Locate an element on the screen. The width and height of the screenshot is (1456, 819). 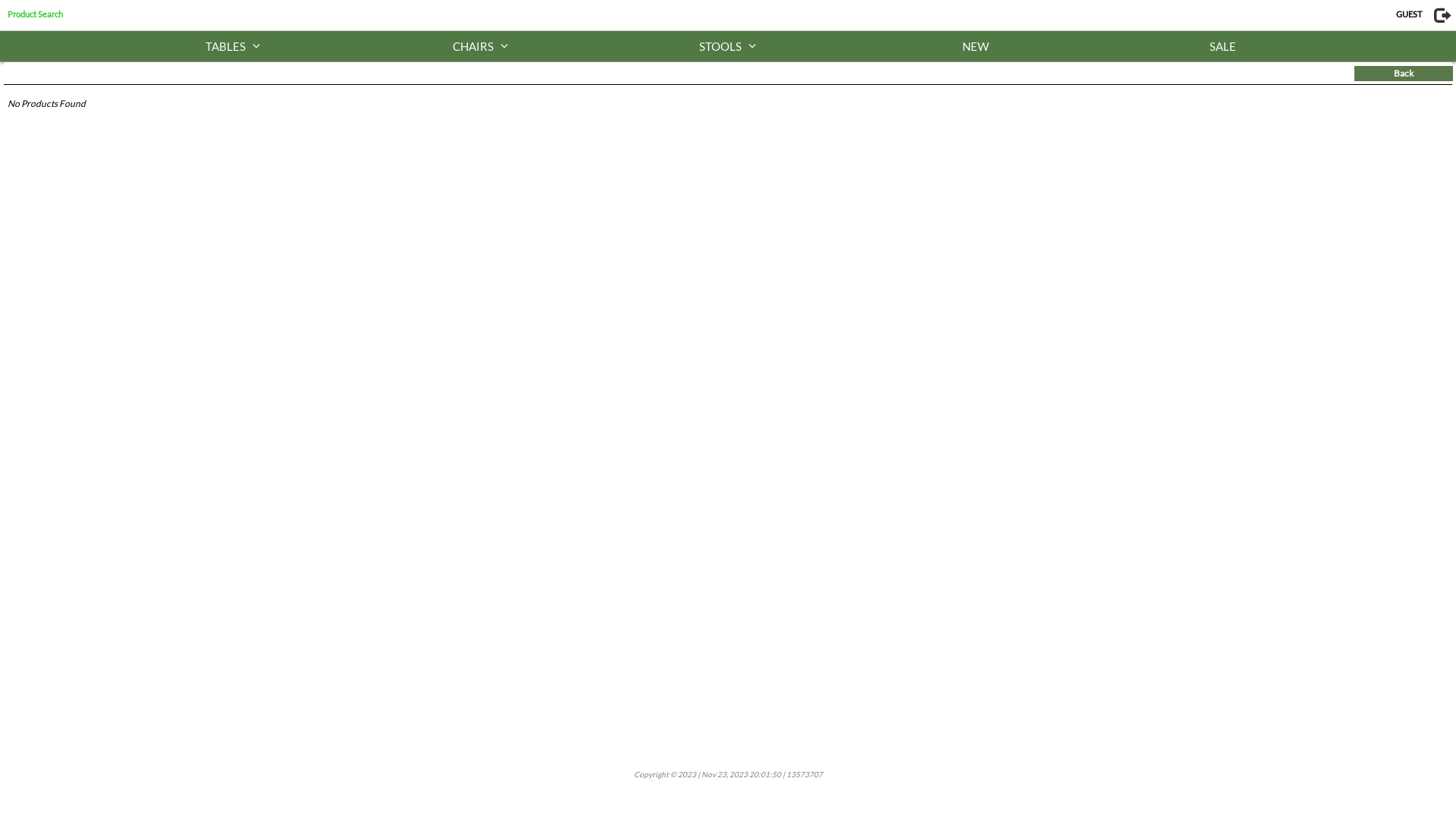
'SALE' is located at coordinates (1222, 45).